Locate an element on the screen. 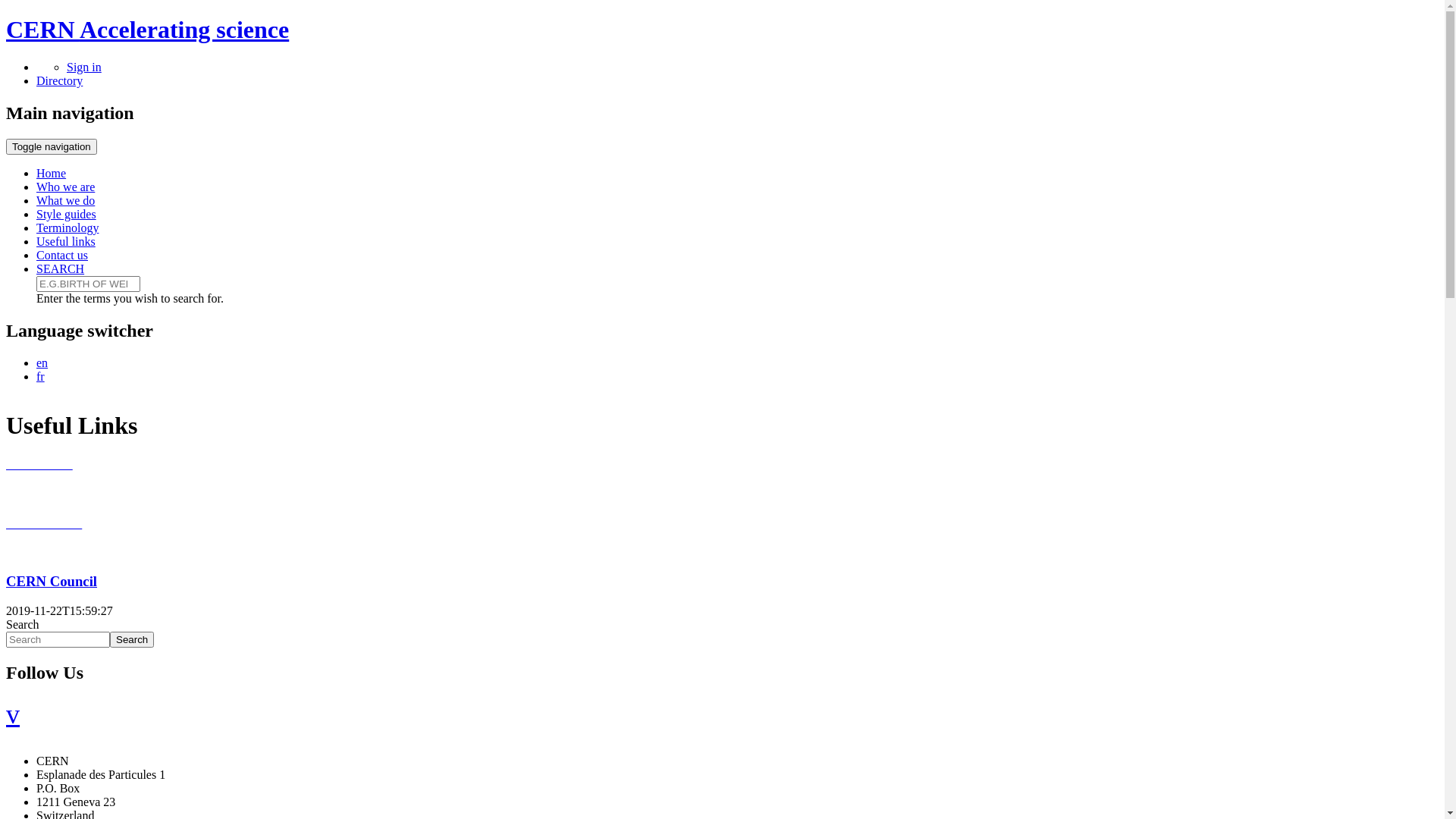 Image resolution: width=1456 pixels, height=819 pixels. 'News CERN' is located at coordinates (43, 522).